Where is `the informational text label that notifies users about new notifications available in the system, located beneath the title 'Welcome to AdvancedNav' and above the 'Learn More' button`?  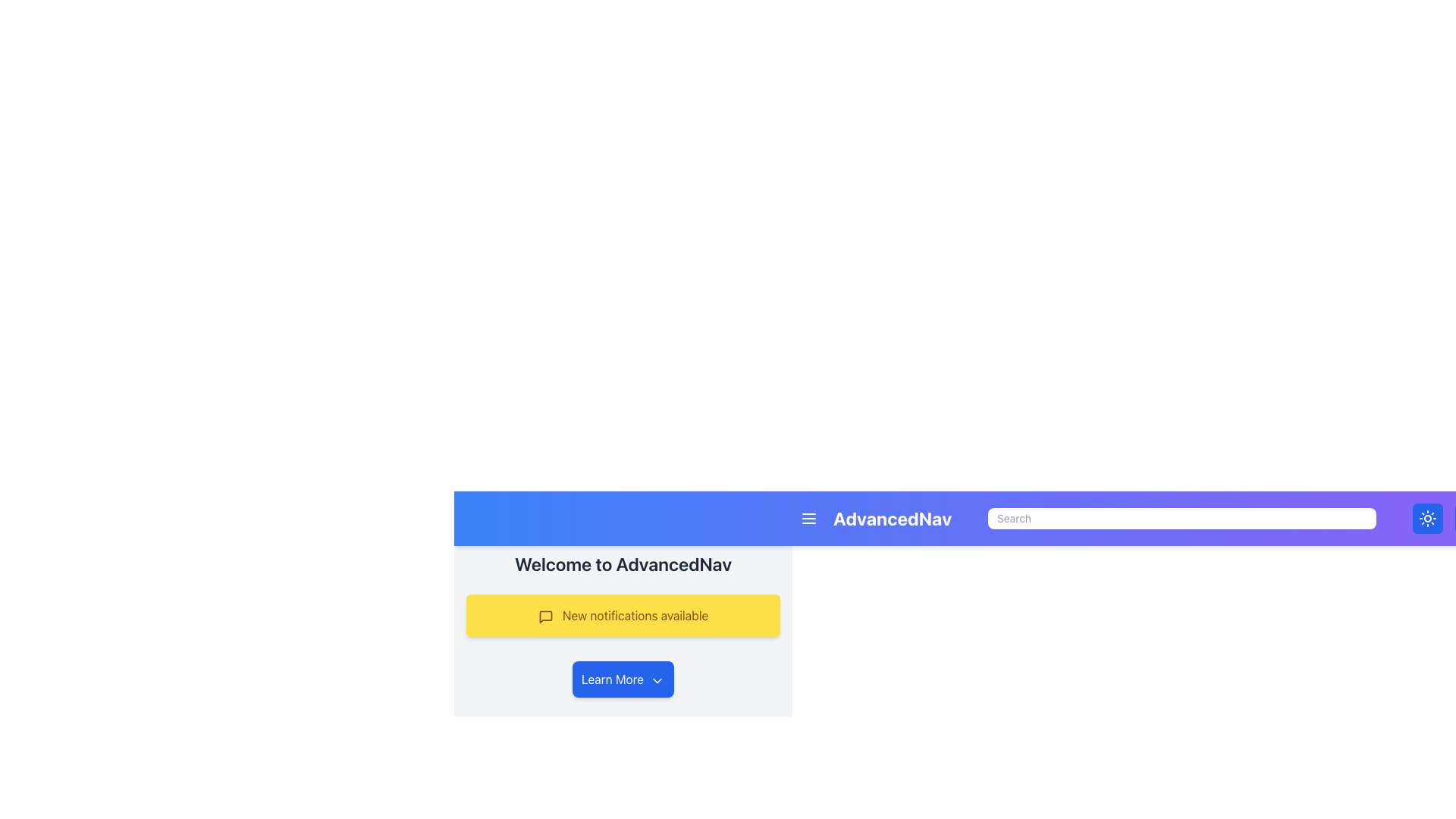
the informational text label that notifies users about new notifications available in the system, located beneath the title 'Welcome to AdvancedNav' and above the 'Learn More' button is located at coordinates (623, 616).